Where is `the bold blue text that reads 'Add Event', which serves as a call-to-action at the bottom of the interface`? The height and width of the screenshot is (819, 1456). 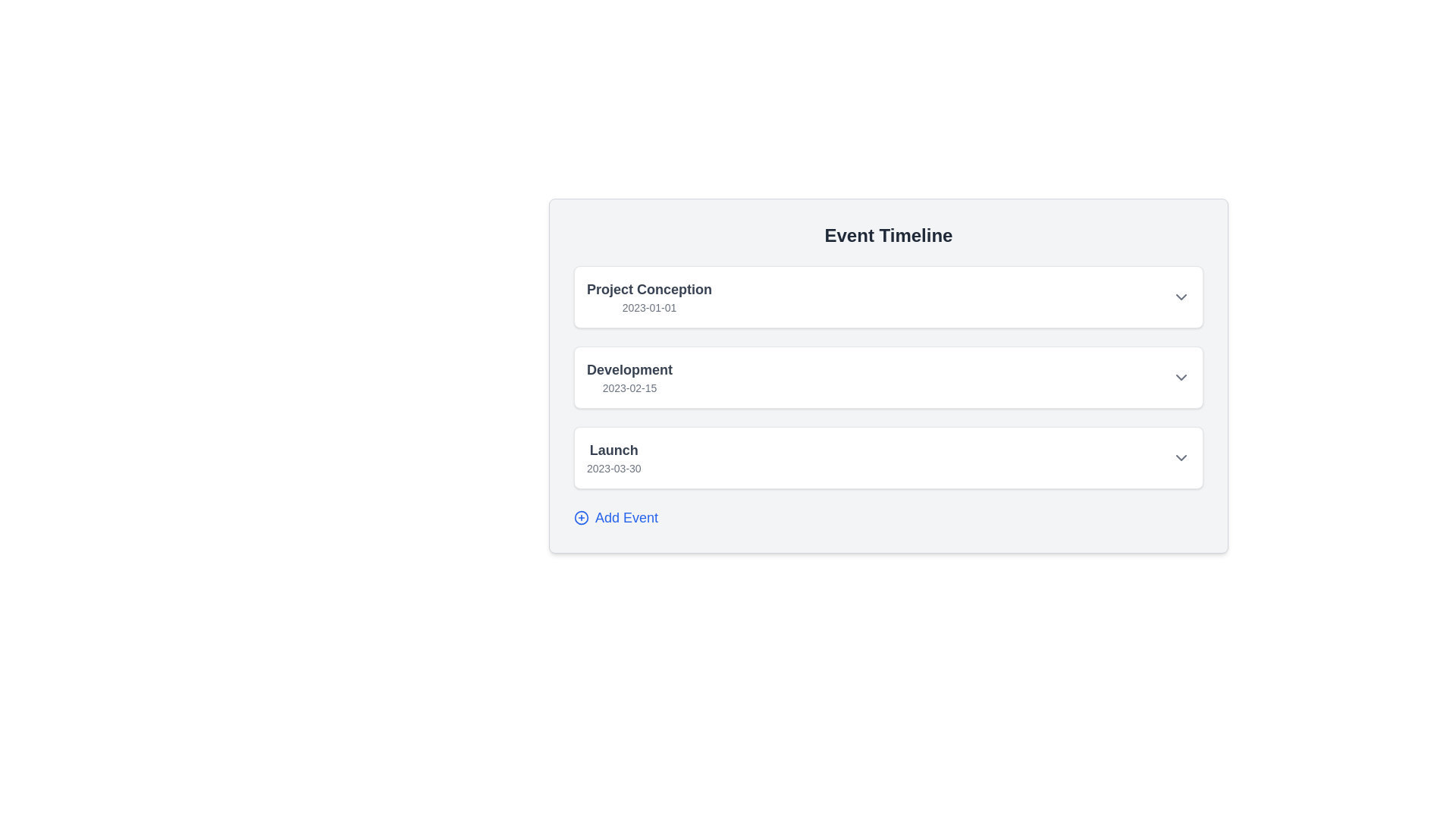
the bold blue text that reads 'Add Event', which serves as a call-to-action at the bottom of the interface is located at coordinates (626, 516).